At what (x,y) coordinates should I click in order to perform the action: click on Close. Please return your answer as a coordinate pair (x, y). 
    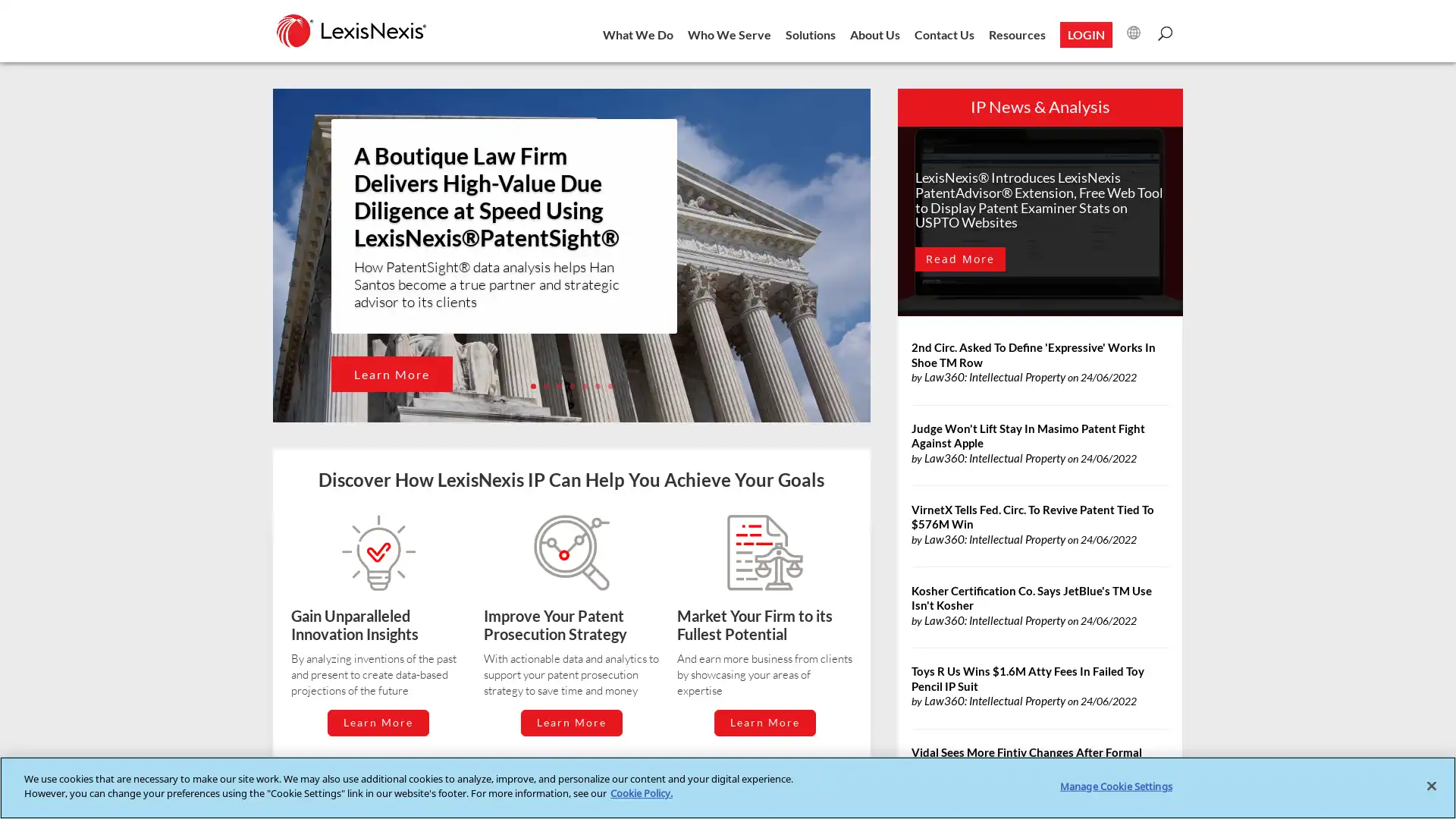
    Looking at the image, I should click on (1430, 785).